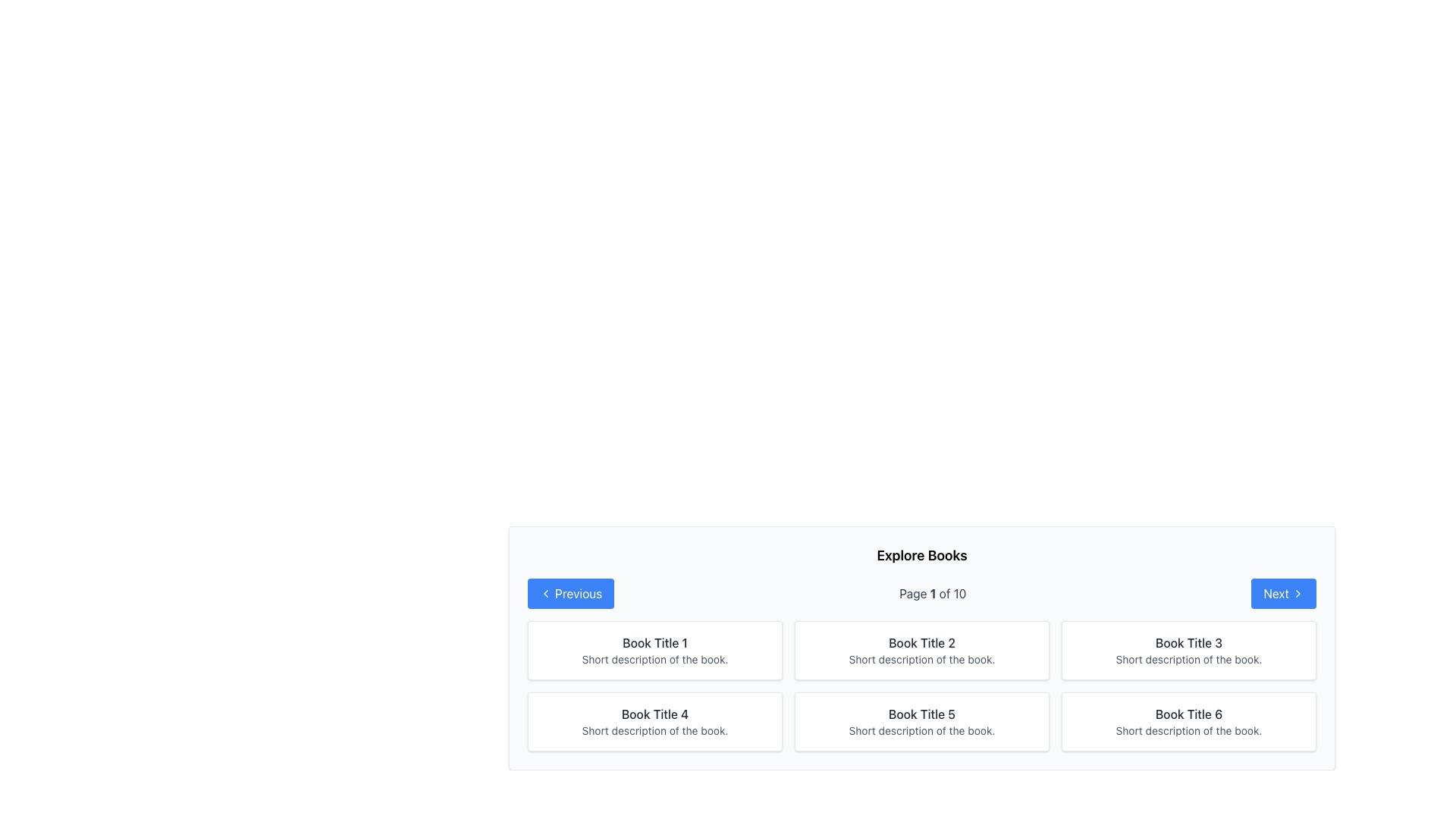 The width and height of the screenshot is (1456, 819). I want to click on text content that is styled with a smaller font size and gray color, located immediately beneath the title 'Book Title 5' within a white-bordered card, so click(921, 730).